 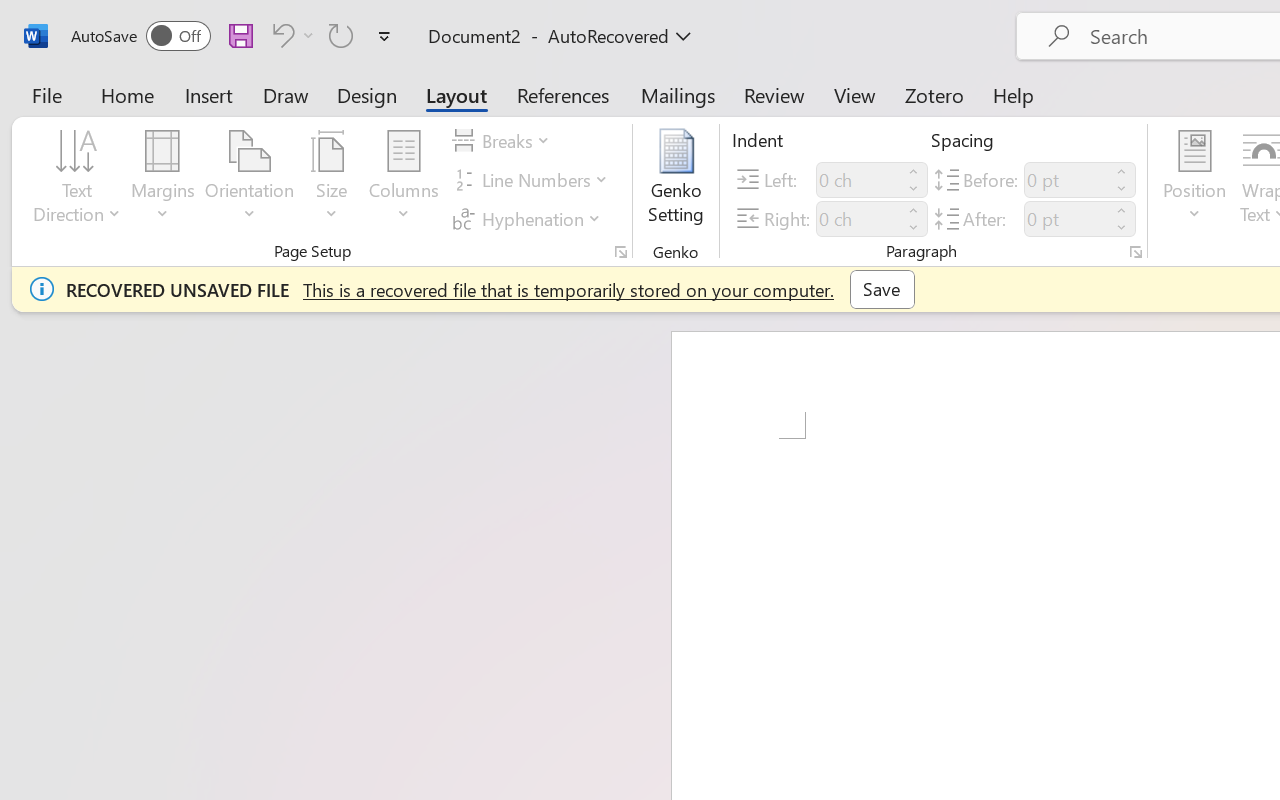 What do you see at coordinates (1136, 251) in the screenshot?
I see `'Paragraph...'` at bounding box center [1136, 251].